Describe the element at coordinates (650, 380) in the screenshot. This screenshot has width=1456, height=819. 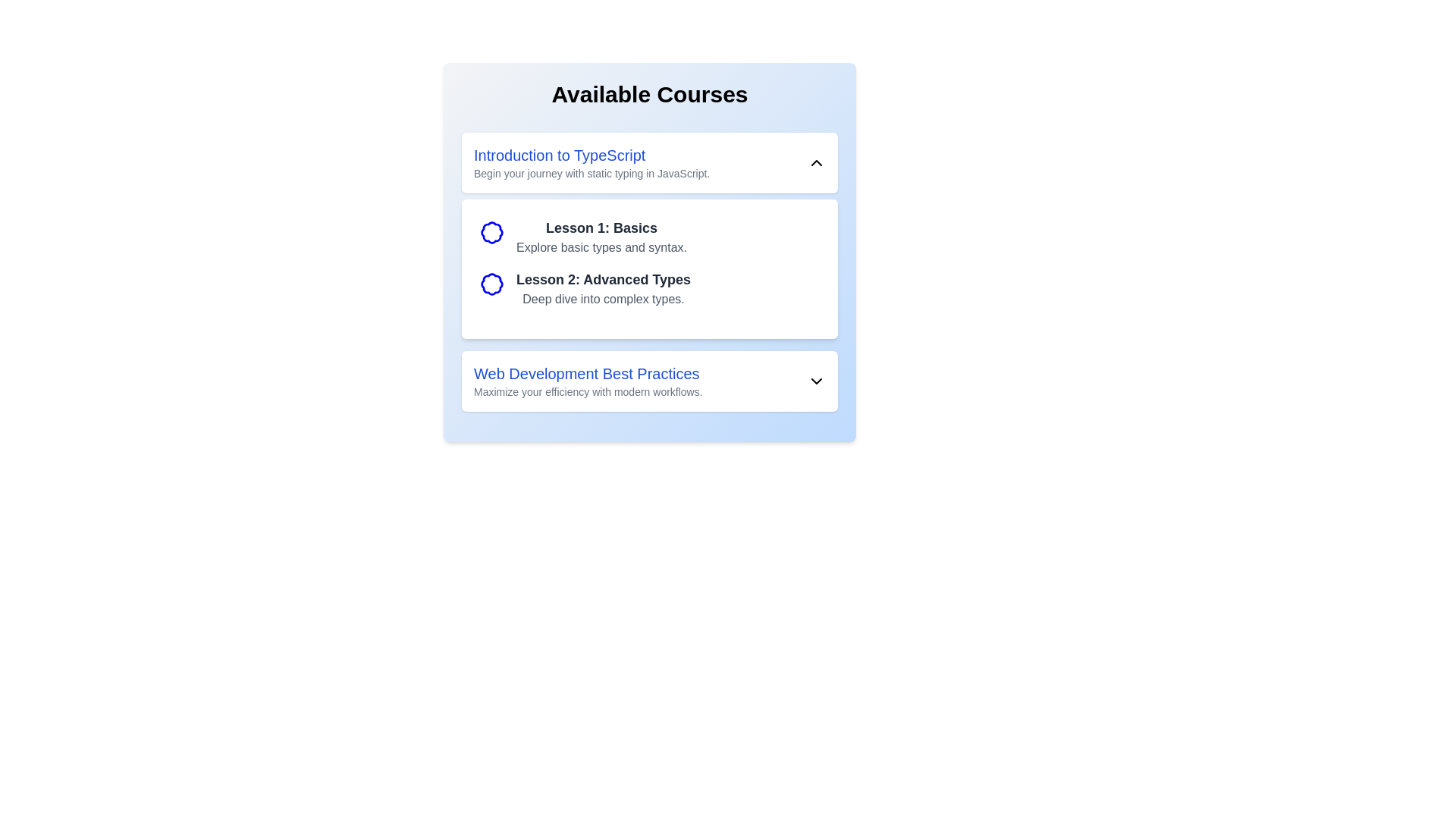
I see `the 'Web Development Best Practices' button in the 'Available Courses' section` at that location.